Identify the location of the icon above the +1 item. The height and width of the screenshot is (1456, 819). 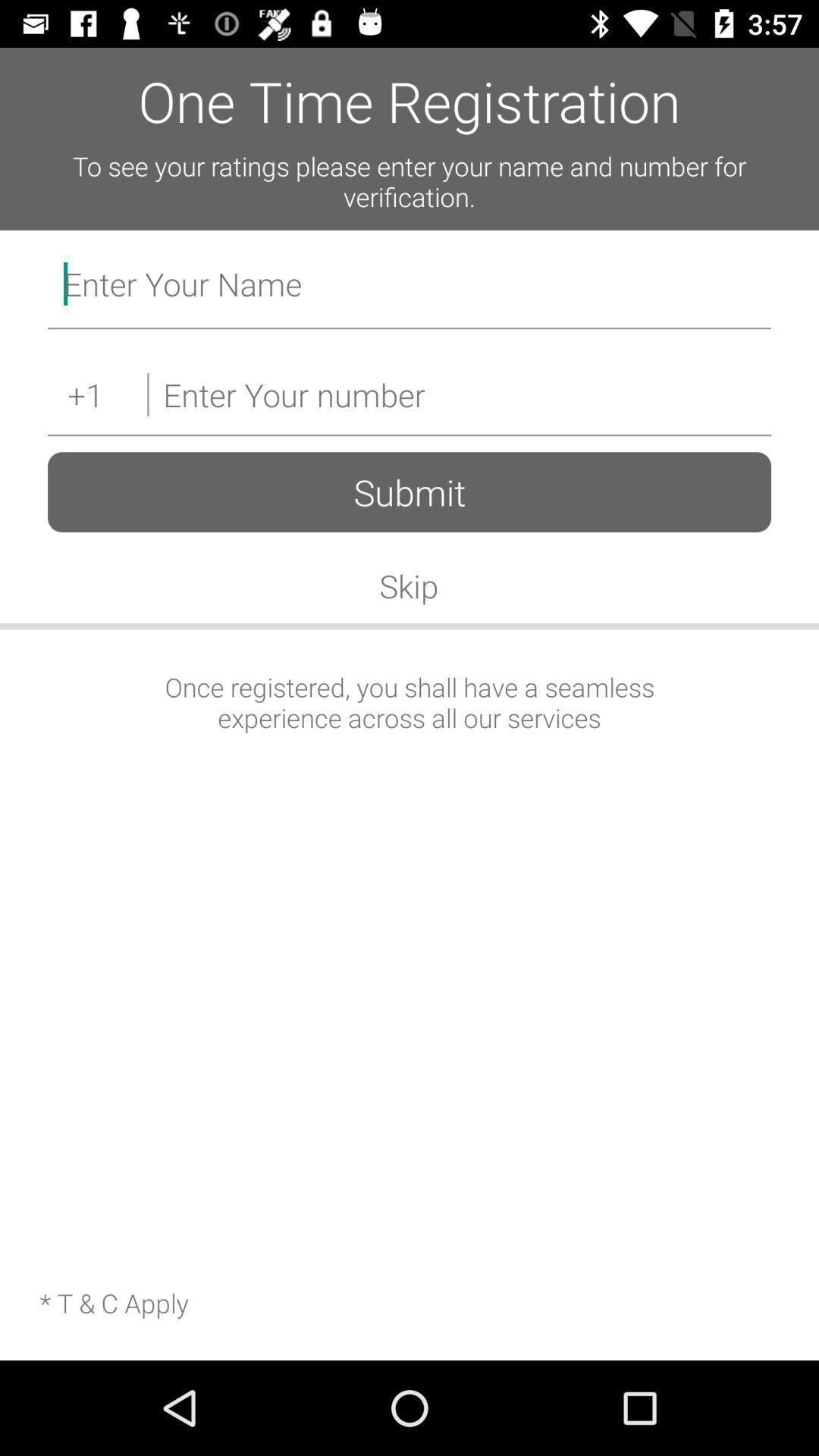
(409, 287).